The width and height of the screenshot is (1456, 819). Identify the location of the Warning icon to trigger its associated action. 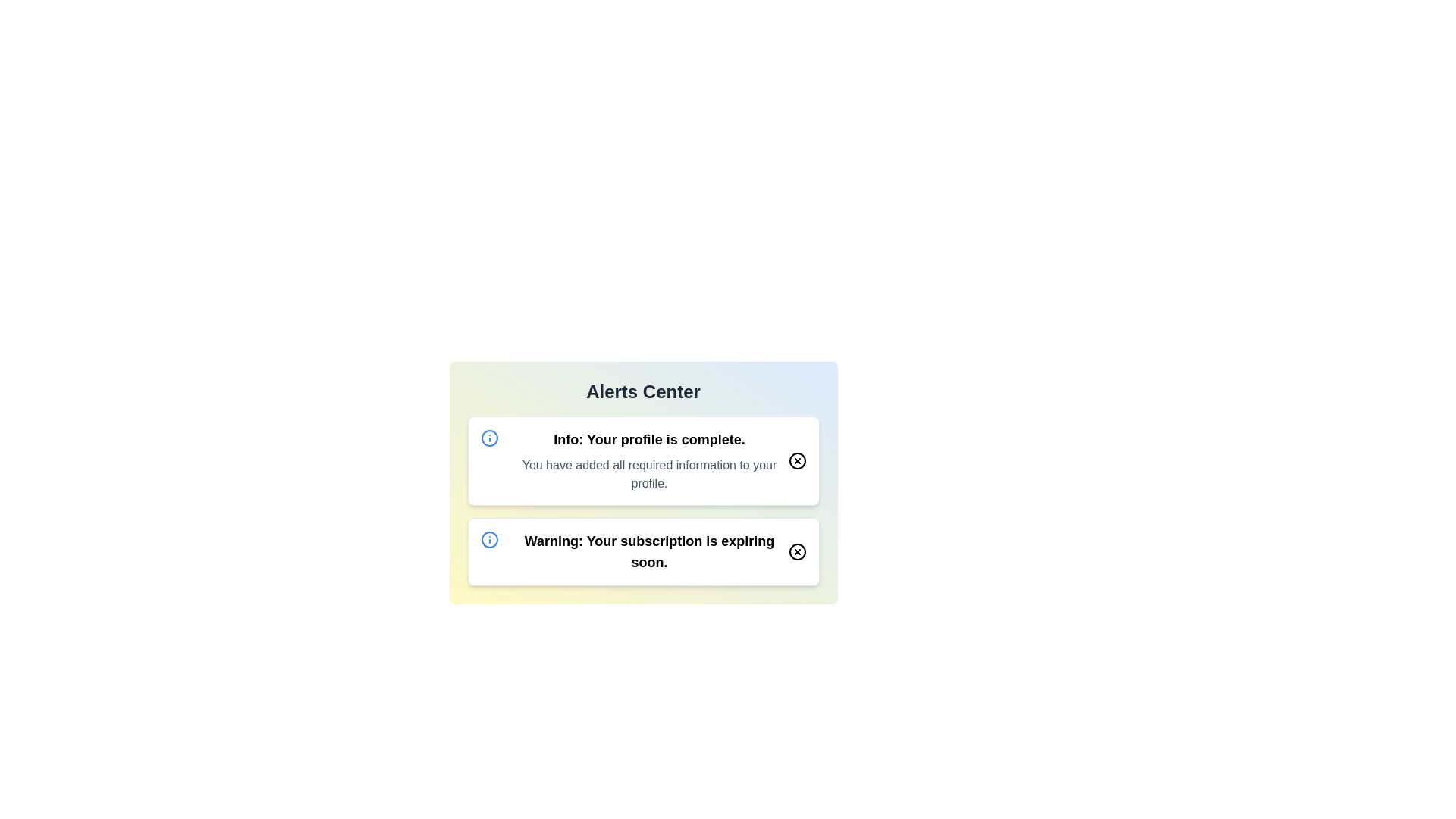
(489, 539).